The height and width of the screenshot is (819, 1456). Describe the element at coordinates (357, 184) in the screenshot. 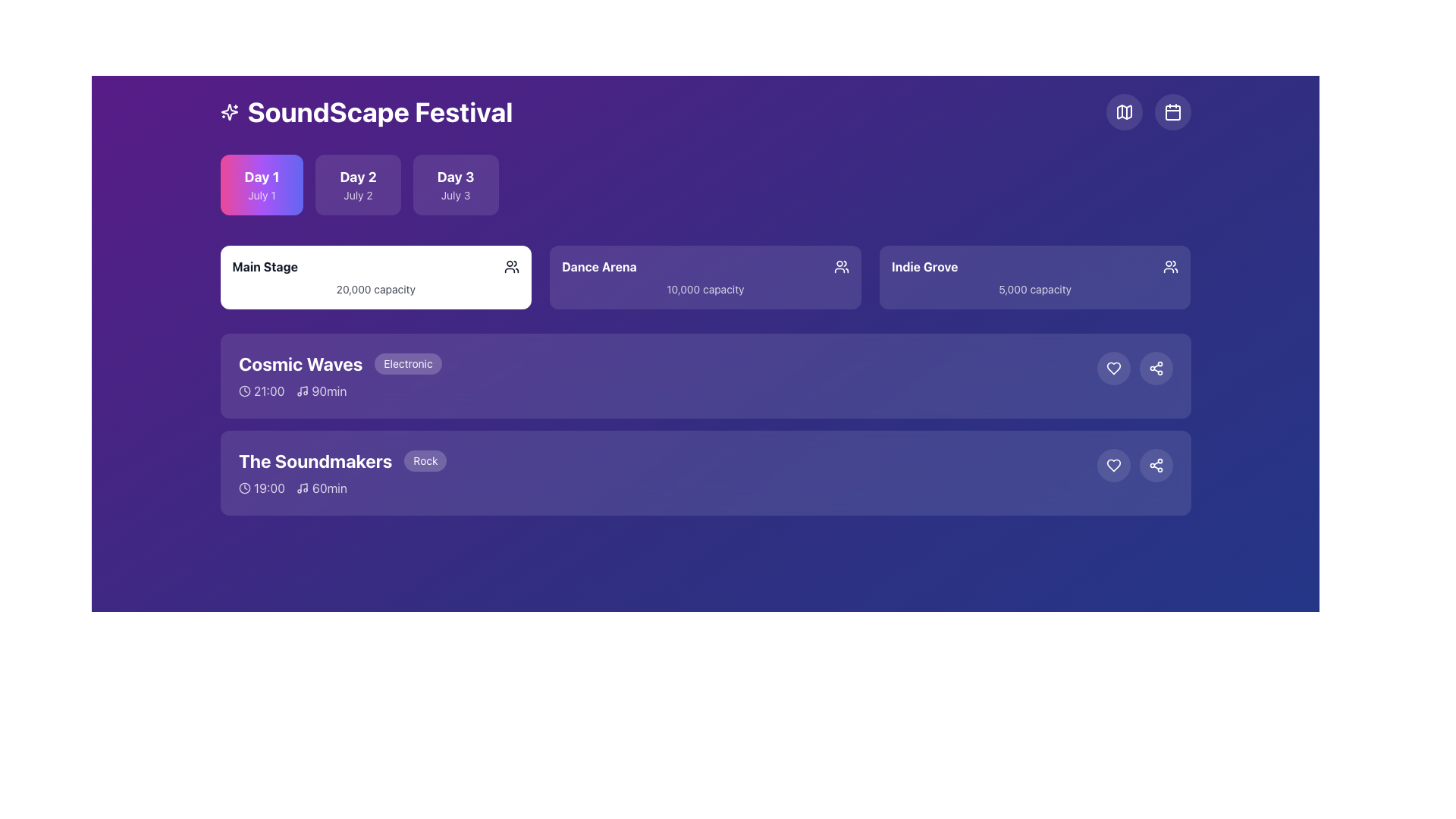

I see `the 'Day 2' card-like button with a rounded rectangle shape` at that location.